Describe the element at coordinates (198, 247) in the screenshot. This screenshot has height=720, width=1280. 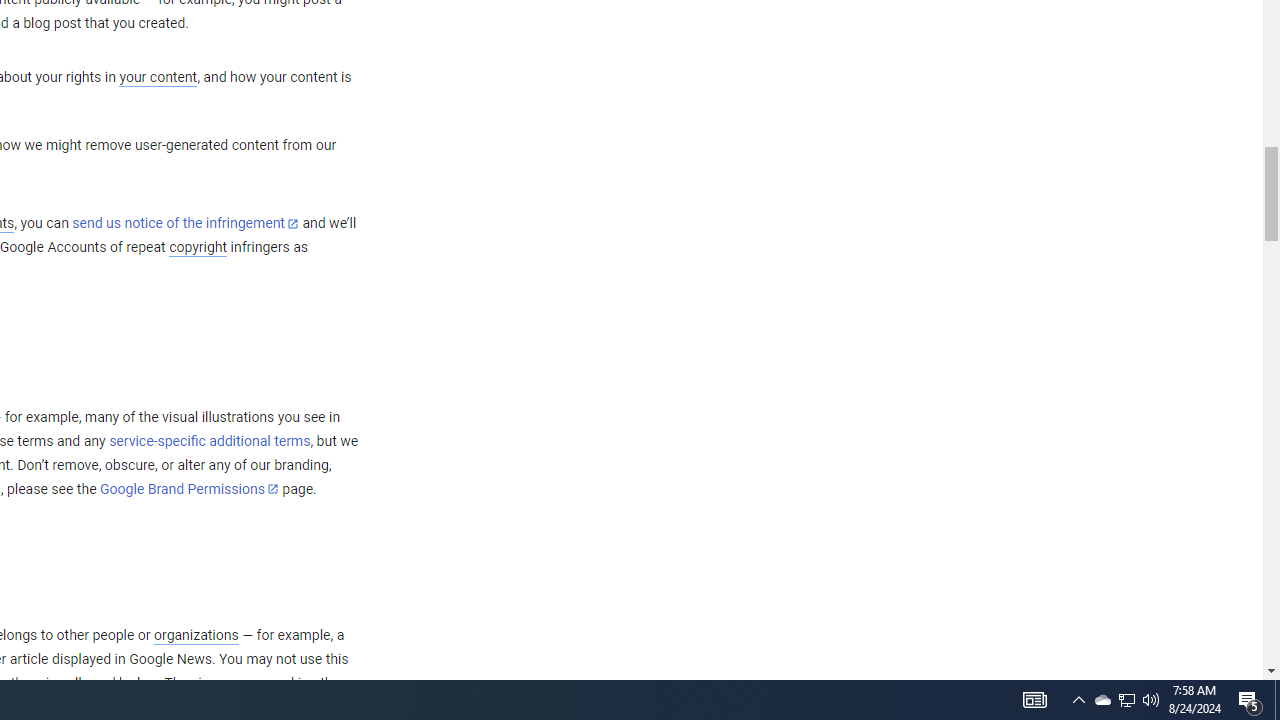
I see `'copyright'` at that location.